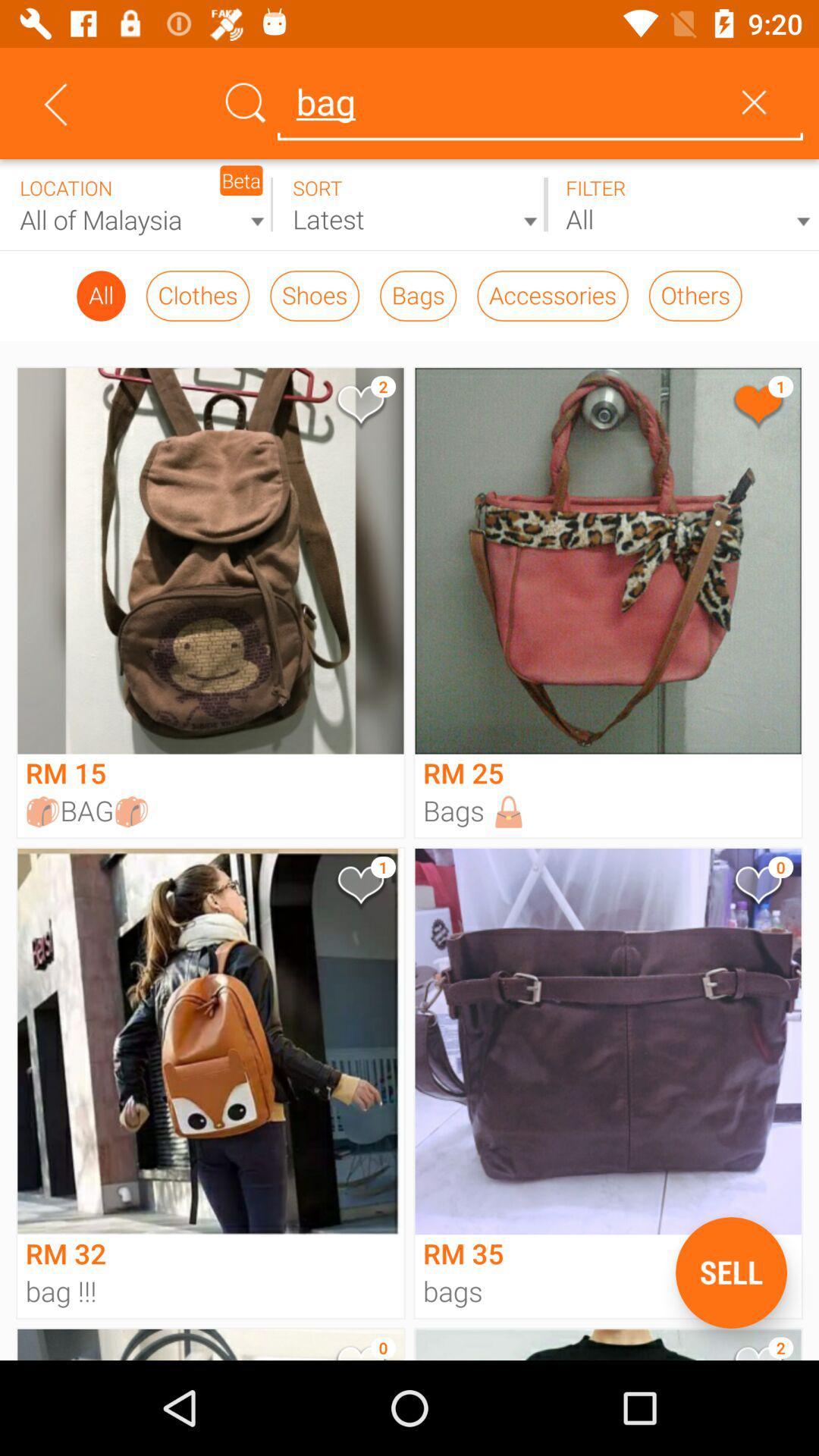 The width and height of the screenshot is (819, 1456). What do you see at coordinates (409, 204) in the screenshot?
I see `sort menu` at bounding box center [409, 204].